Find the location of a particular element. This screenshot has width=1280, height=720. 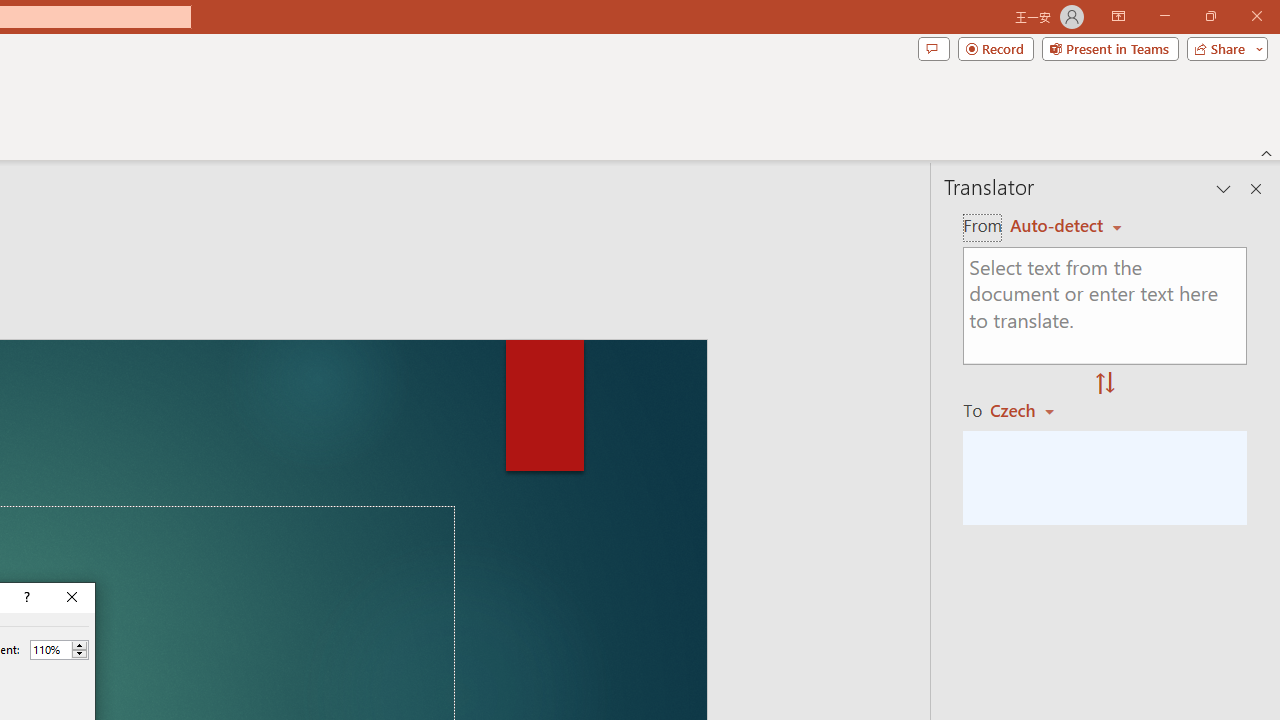

'Auto-detect' is located at coordinates (1065, 225).